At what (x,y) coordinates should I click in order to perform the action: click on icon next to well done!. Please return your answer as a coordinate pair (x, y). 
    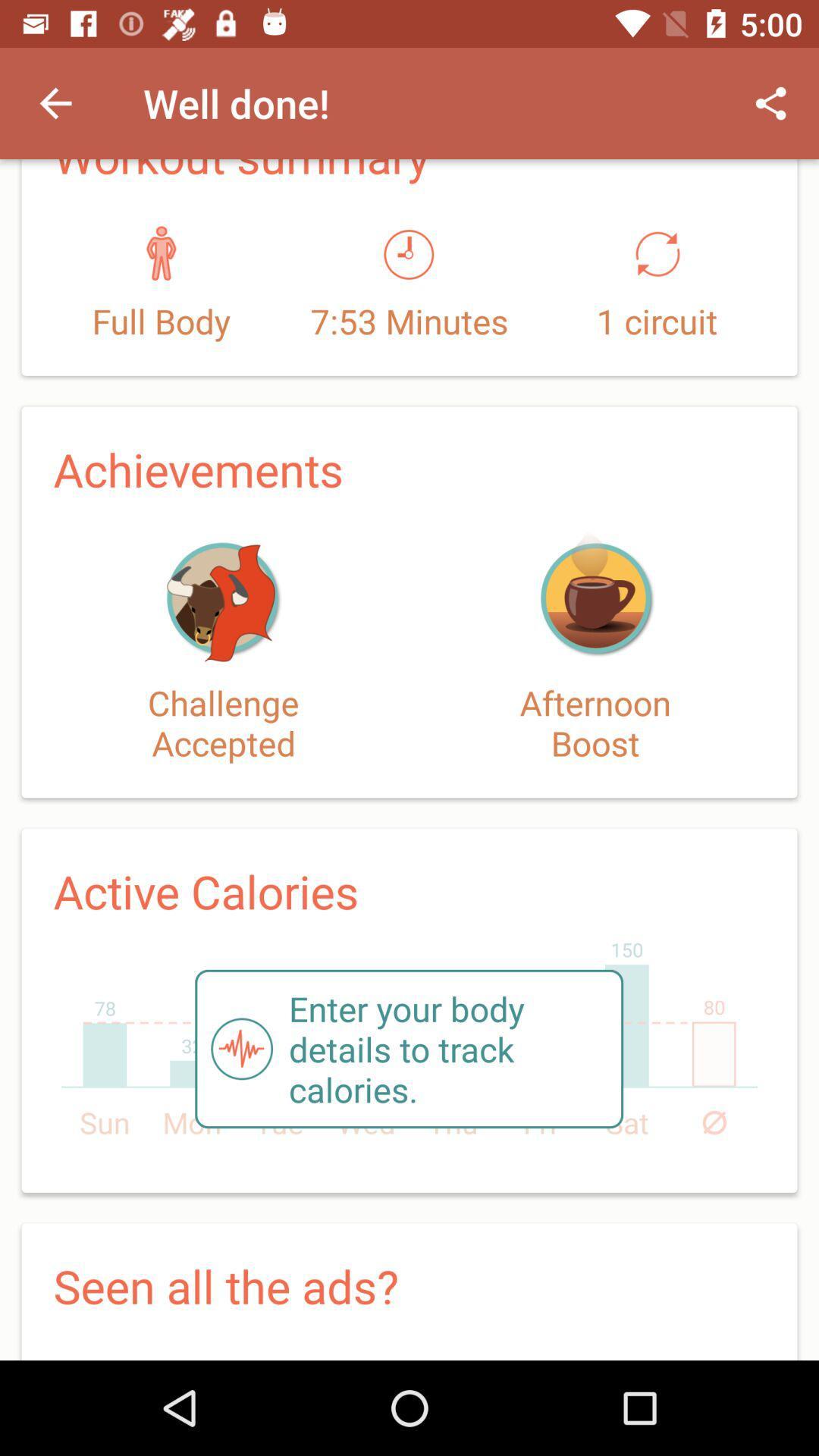
    Looking at the image, I should click on (55, 102).